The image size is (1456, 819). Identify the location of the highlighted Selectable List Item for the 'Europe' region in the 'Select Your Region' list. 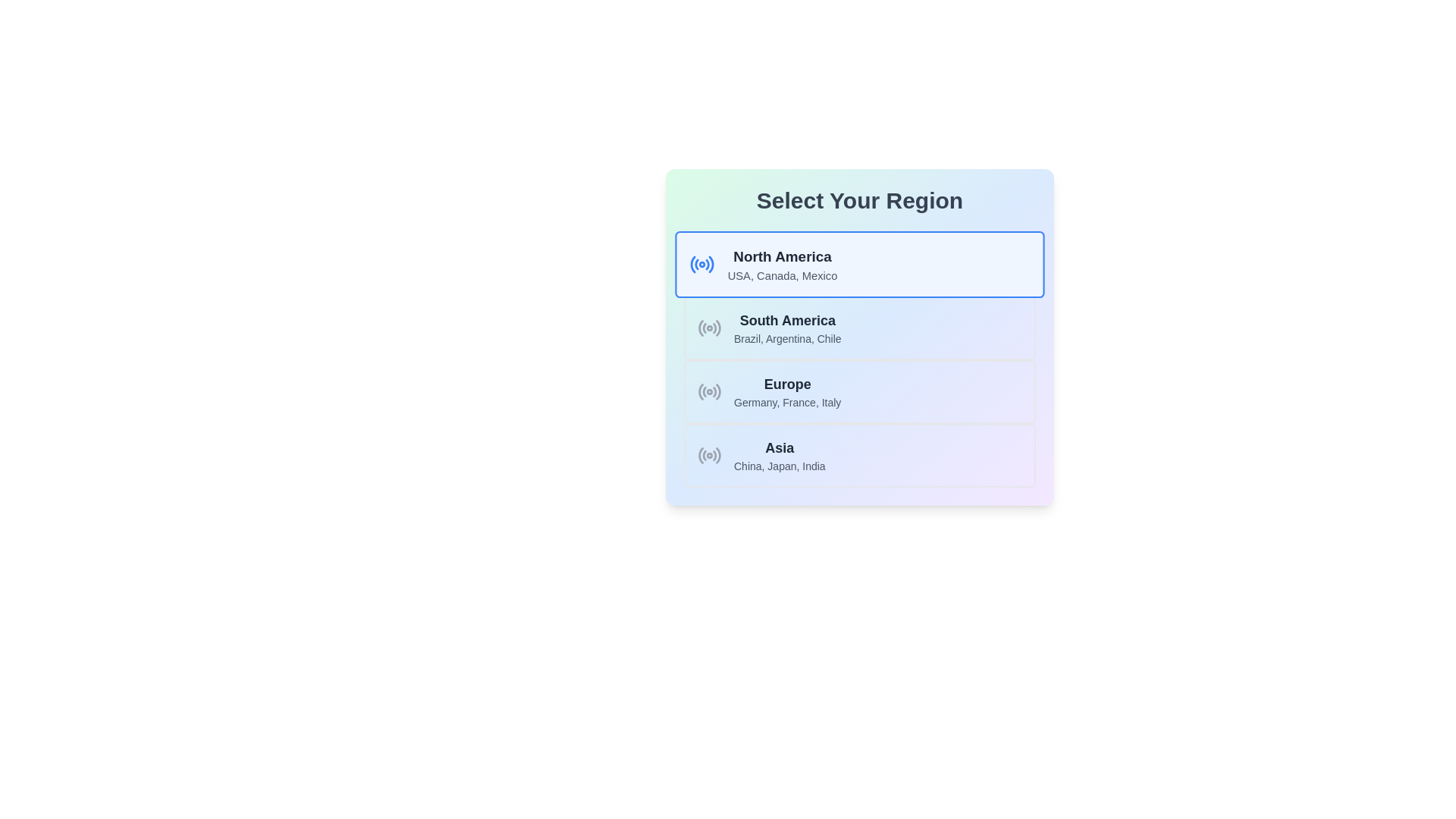
(787, 391).